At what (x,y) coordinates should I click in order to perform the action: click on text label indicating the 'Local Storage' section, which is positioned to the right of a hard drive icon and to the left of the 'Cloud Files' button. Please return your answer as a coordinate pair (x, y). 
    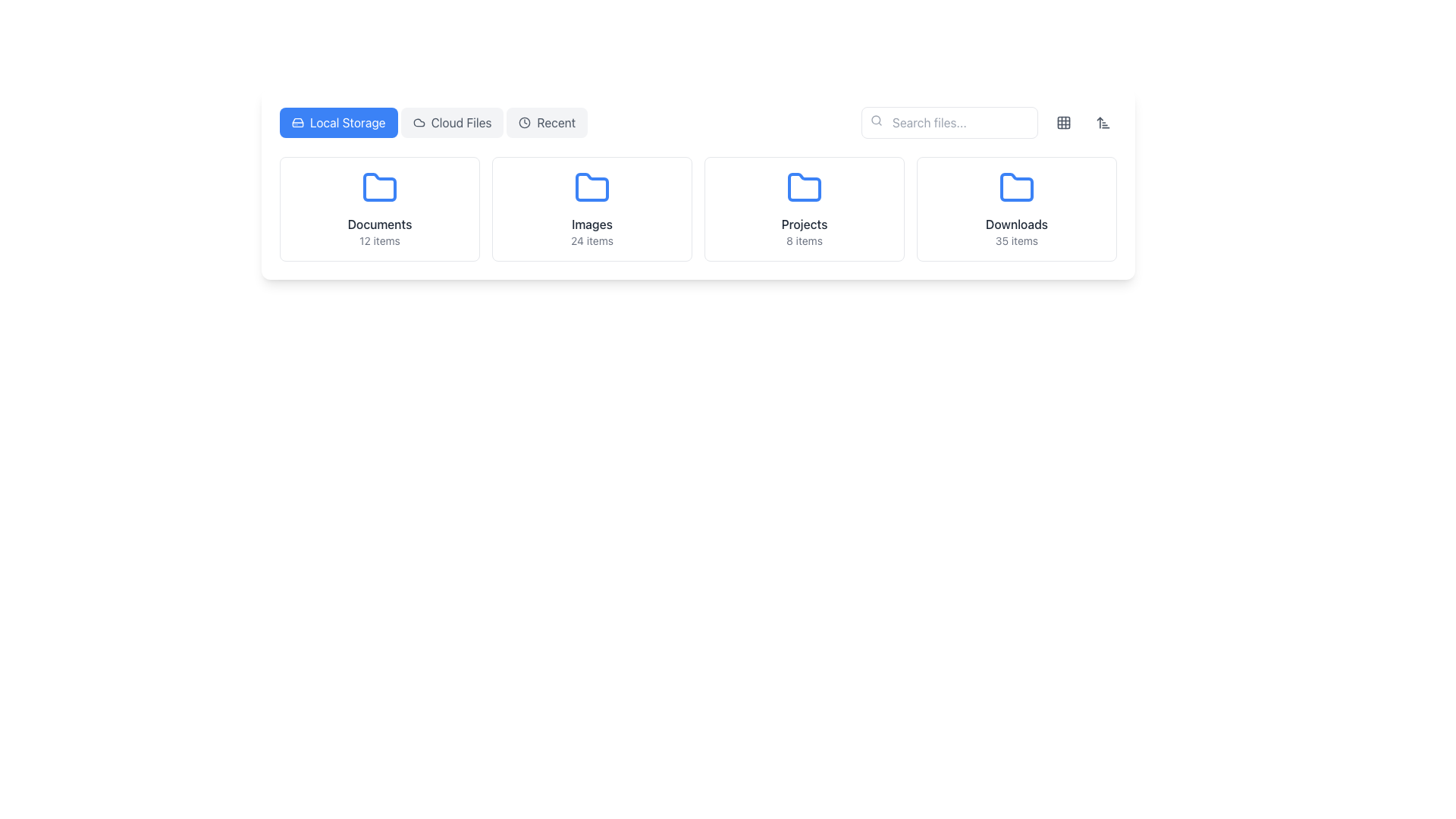
    Looking at the image, I should click on (347, 122).